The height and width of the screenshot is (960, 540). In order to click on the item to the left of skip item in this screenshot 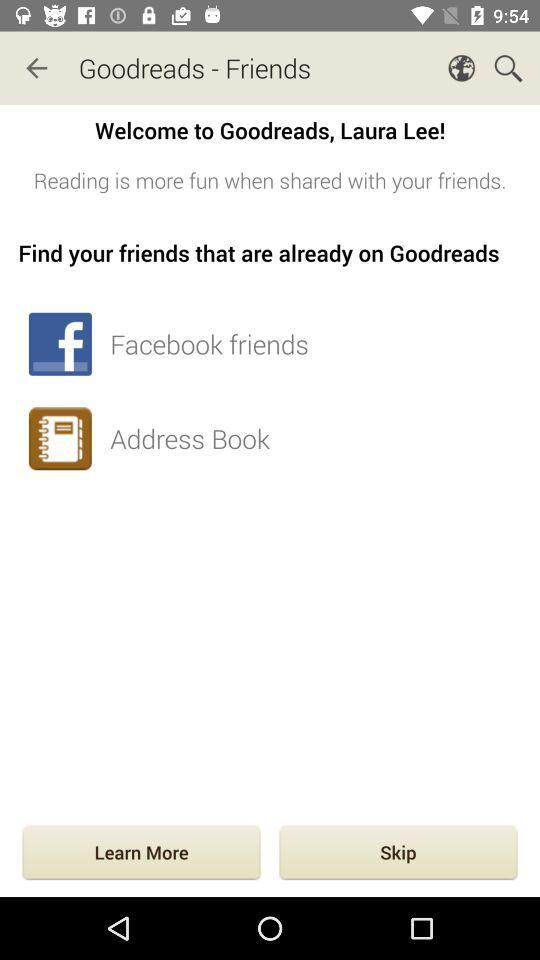, I will do `click(140, 853)`.